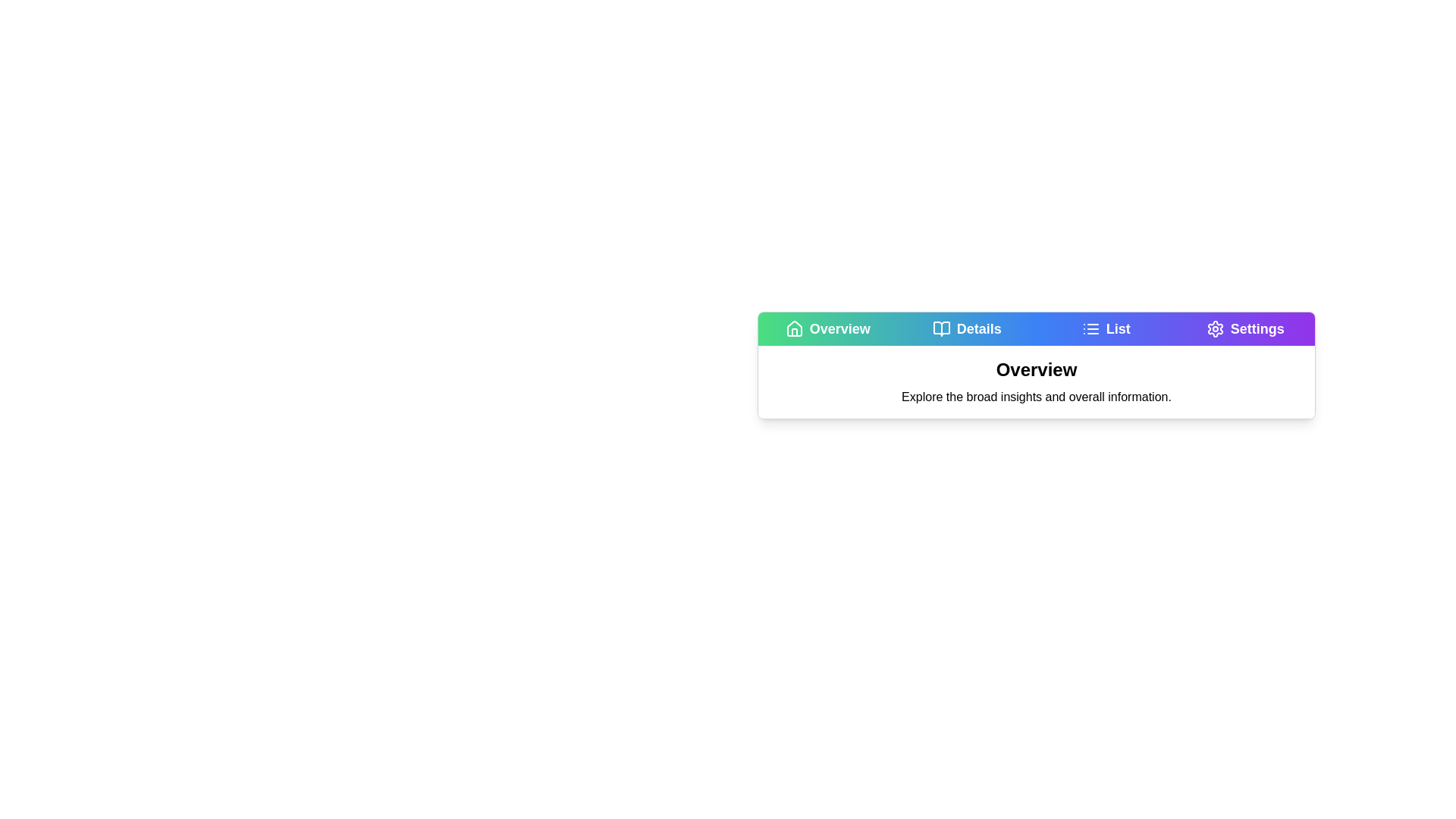 The width and height of the screenshot is (1456, 819). I want to click on the first button in the horizontal navigation bar at the top-left of the interface, so click(827, 328).